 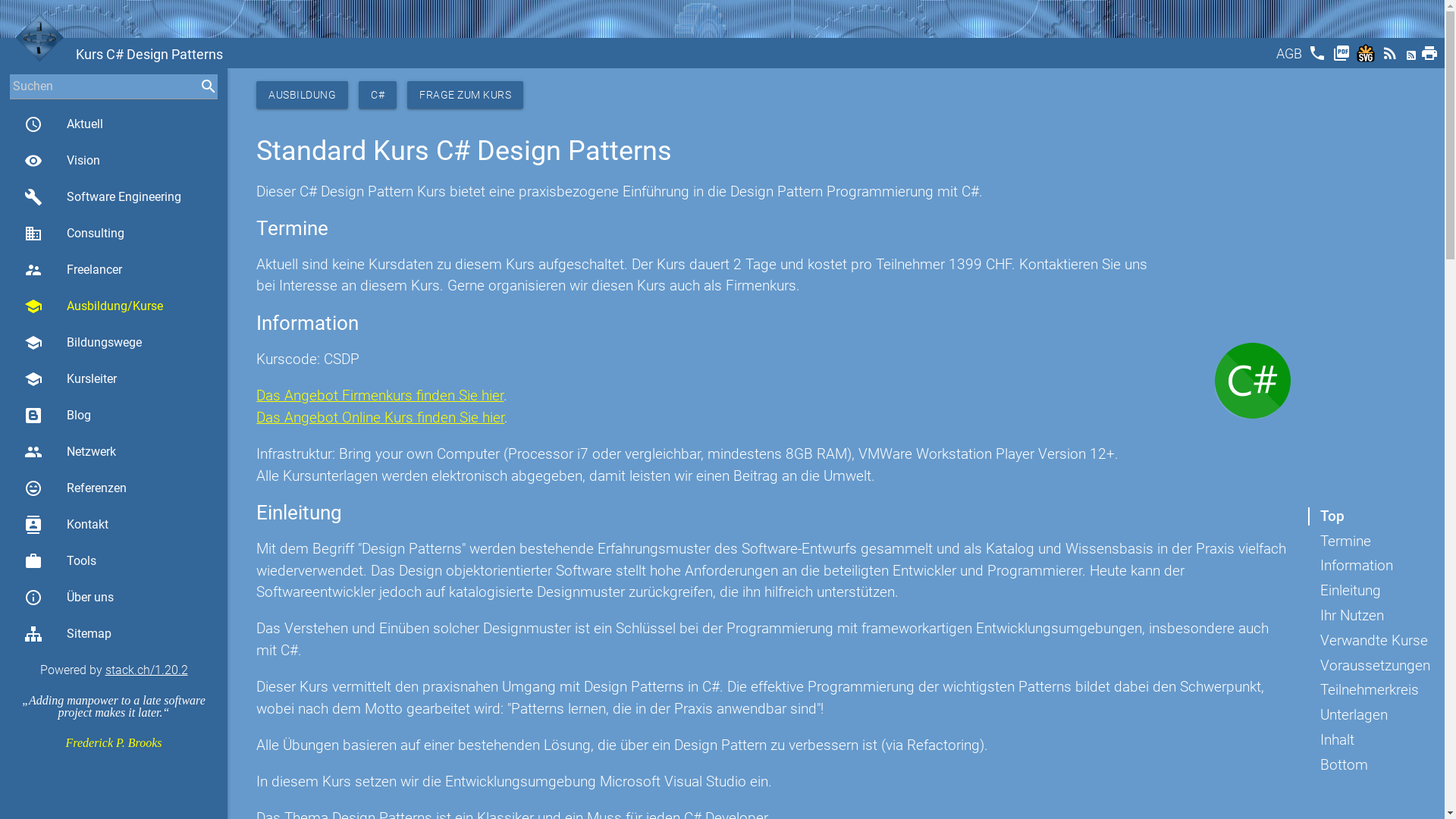 What do you see at coordinates (464, 94) in the screenshot?
I see `'FRAGE ZUM KURS'` at bounding box center [464, 94].